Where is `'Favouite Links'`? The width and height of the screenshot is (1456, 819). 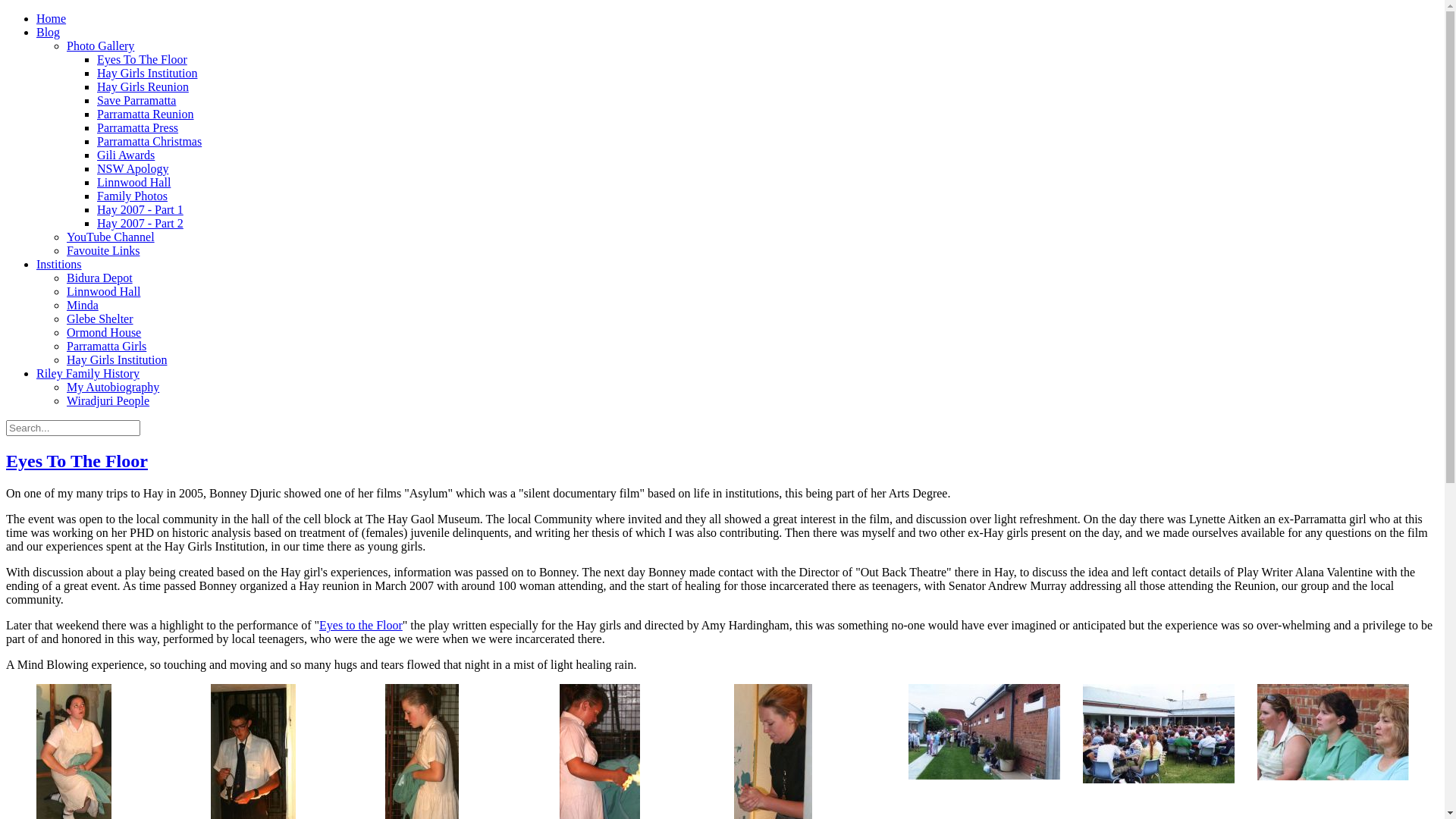 'Favouite Links' is located at coordinates (102, 249).